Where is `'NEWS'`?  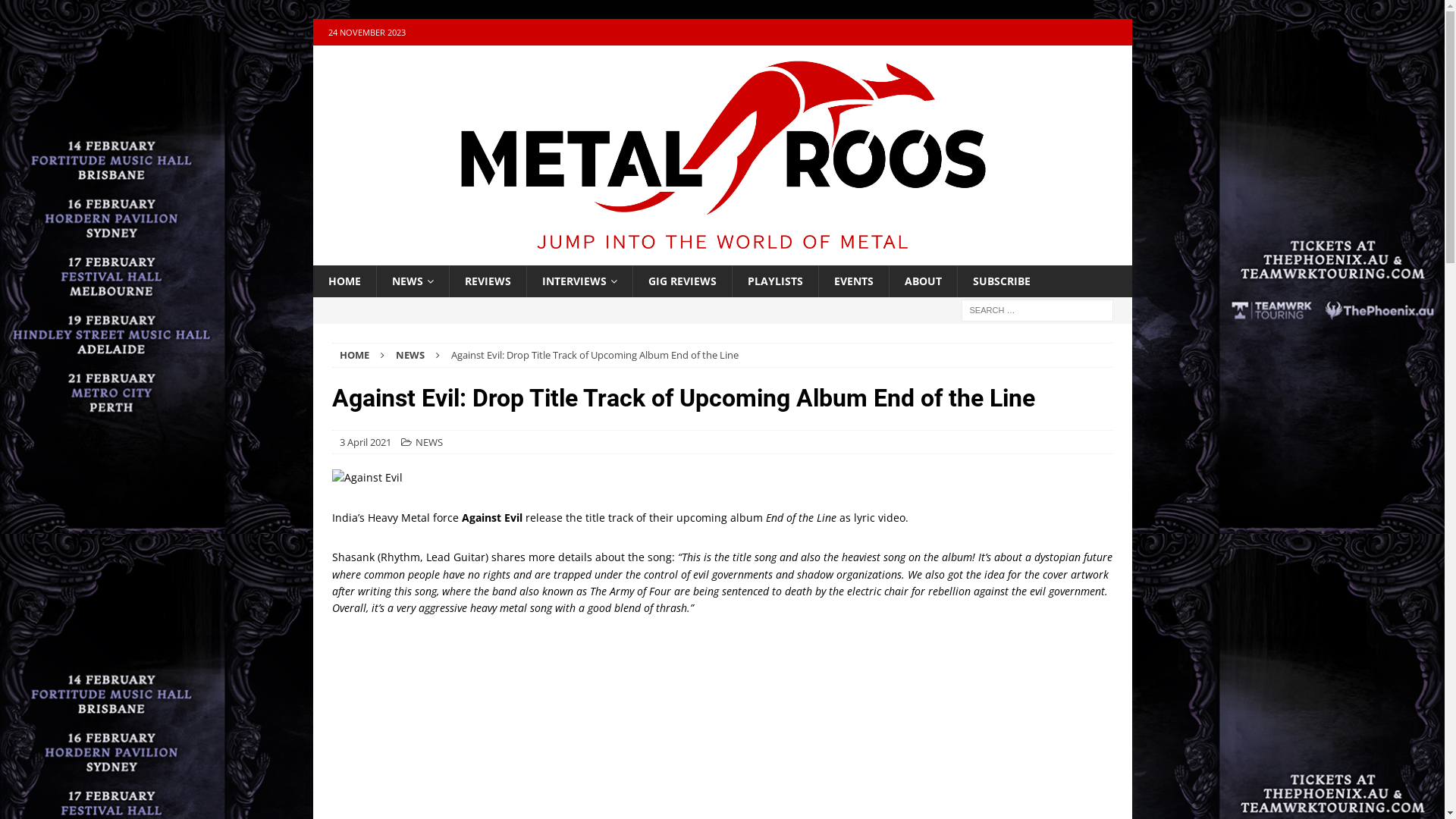 'NEWS' is located at coordinates (412, 281).